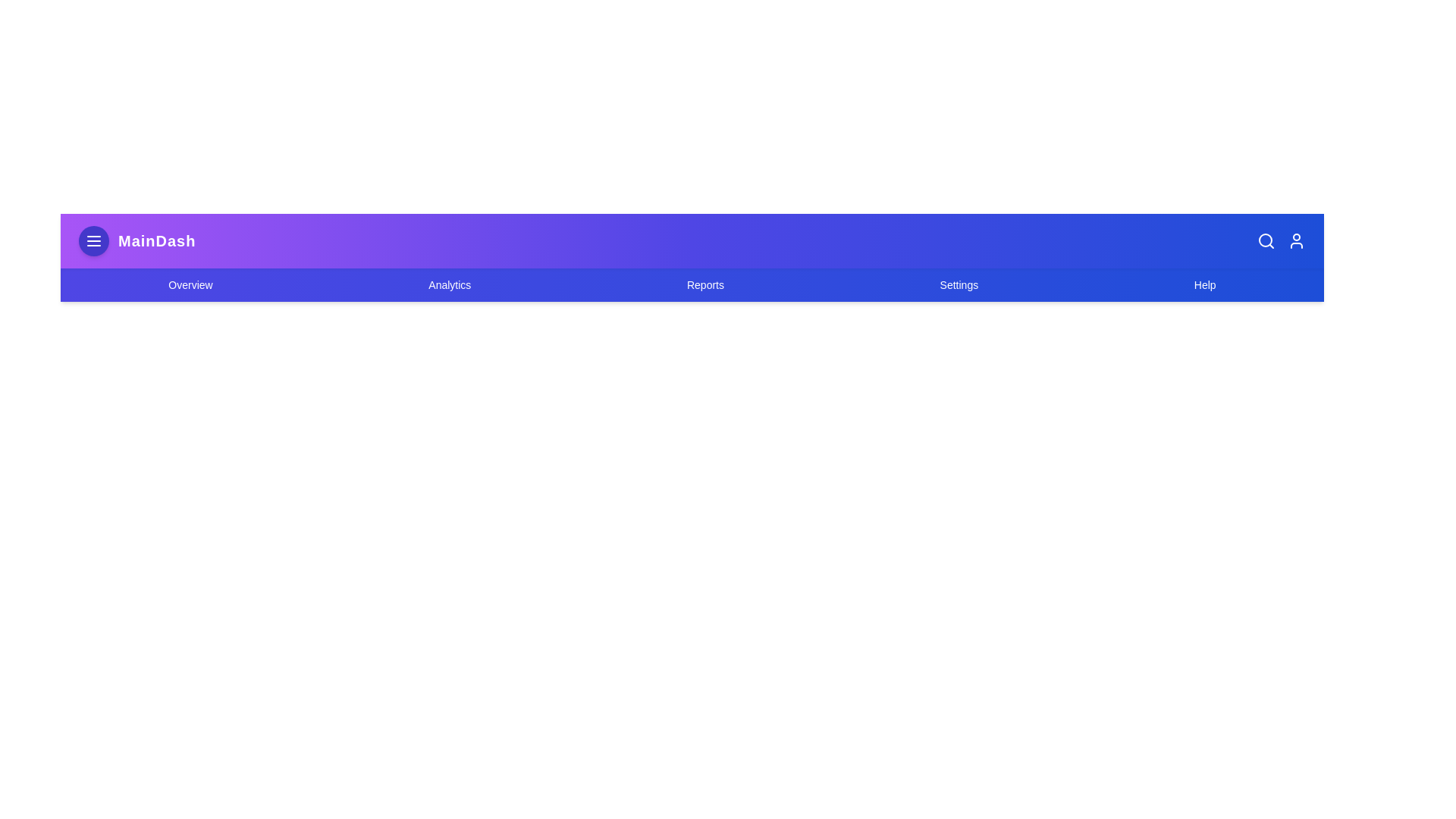 This screenshot has width=1456, height=819. Describe the element at coordinates (959, 284) in the screenshot. I see `the navigation link Settings to navigate to its respective section` at that location.